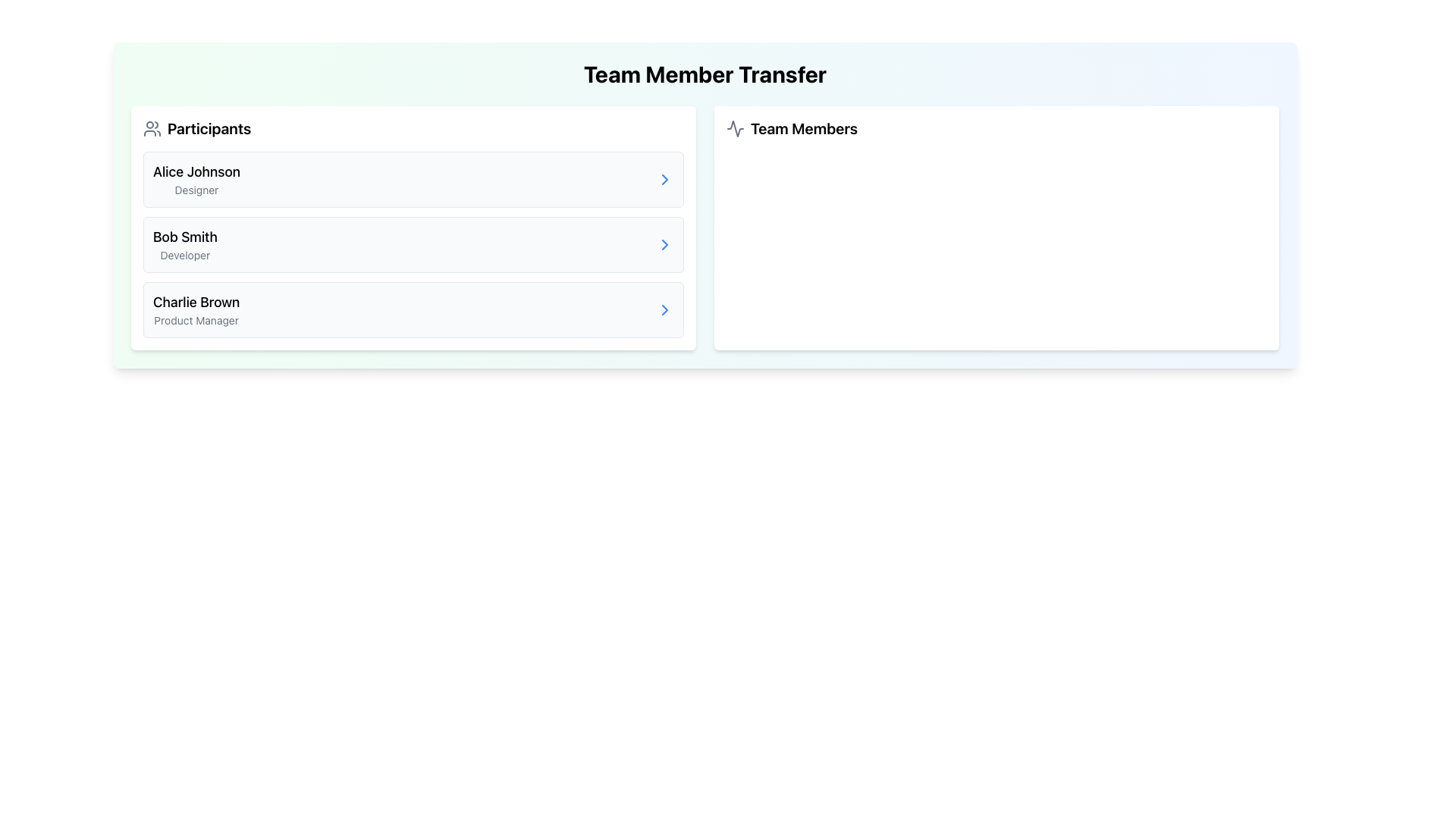 The image size is (1456, 819). Describe the element at coordinates (665, 244) in the screenshot. I see `the right-pointing chevron icon in the second row of the 'Participants' section for navigation` at that location.